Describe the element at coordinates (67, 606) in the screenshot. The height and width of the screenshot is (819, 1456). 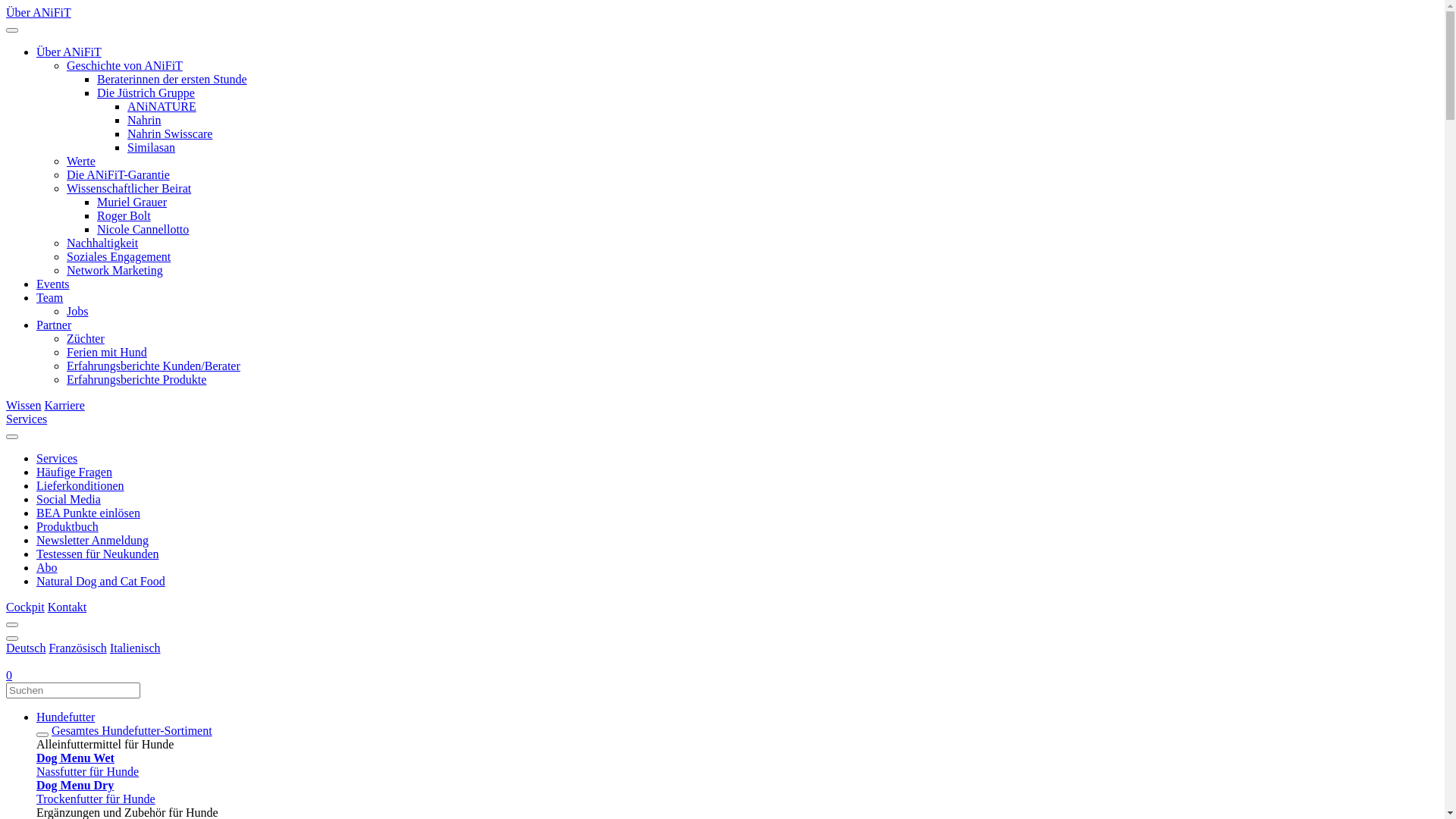
I see `'Kontakt'` at that location.